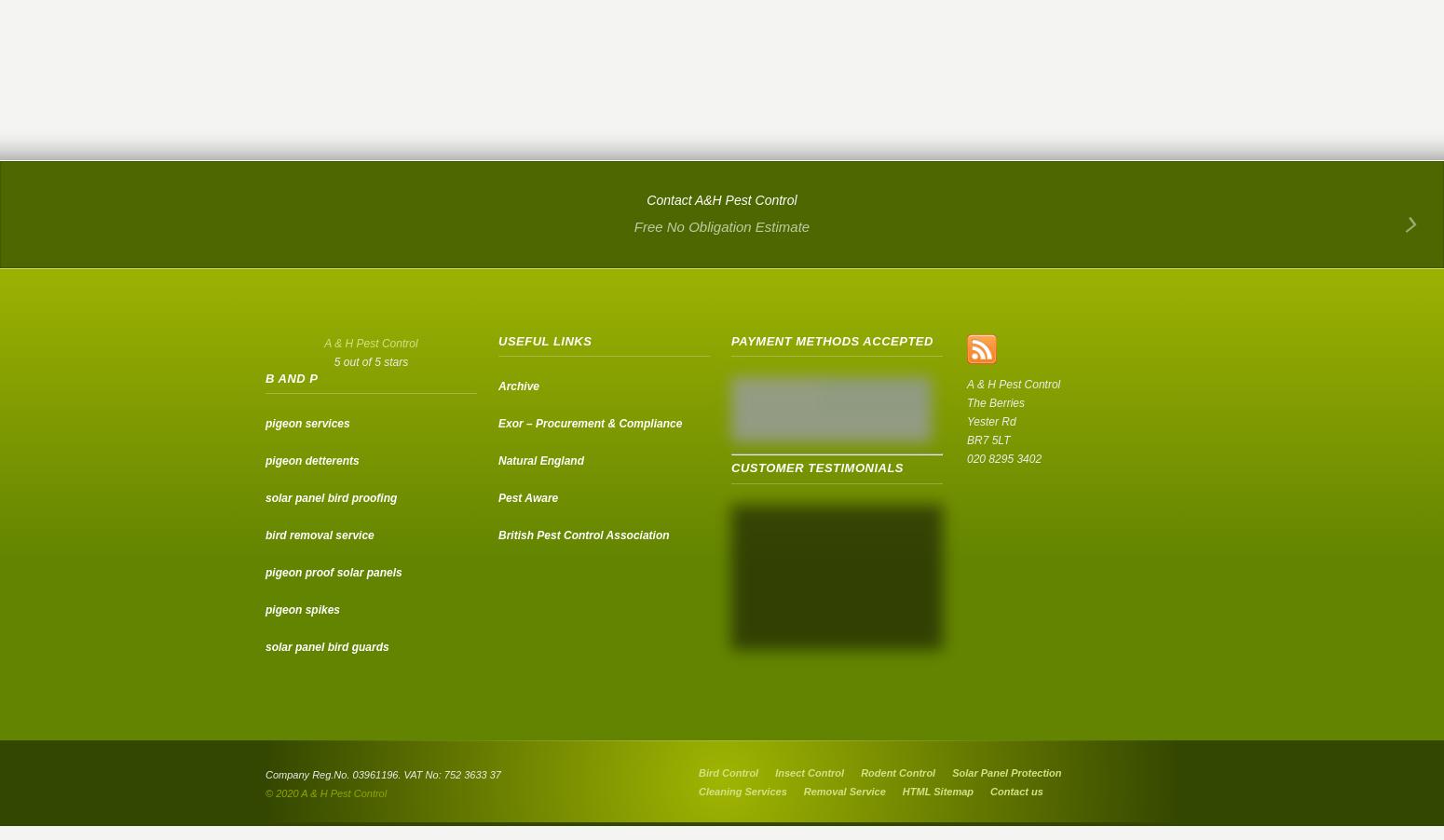  Describe the element at coordinates (989, 792) in the screenshot. I see `'Contact us'` at that location.